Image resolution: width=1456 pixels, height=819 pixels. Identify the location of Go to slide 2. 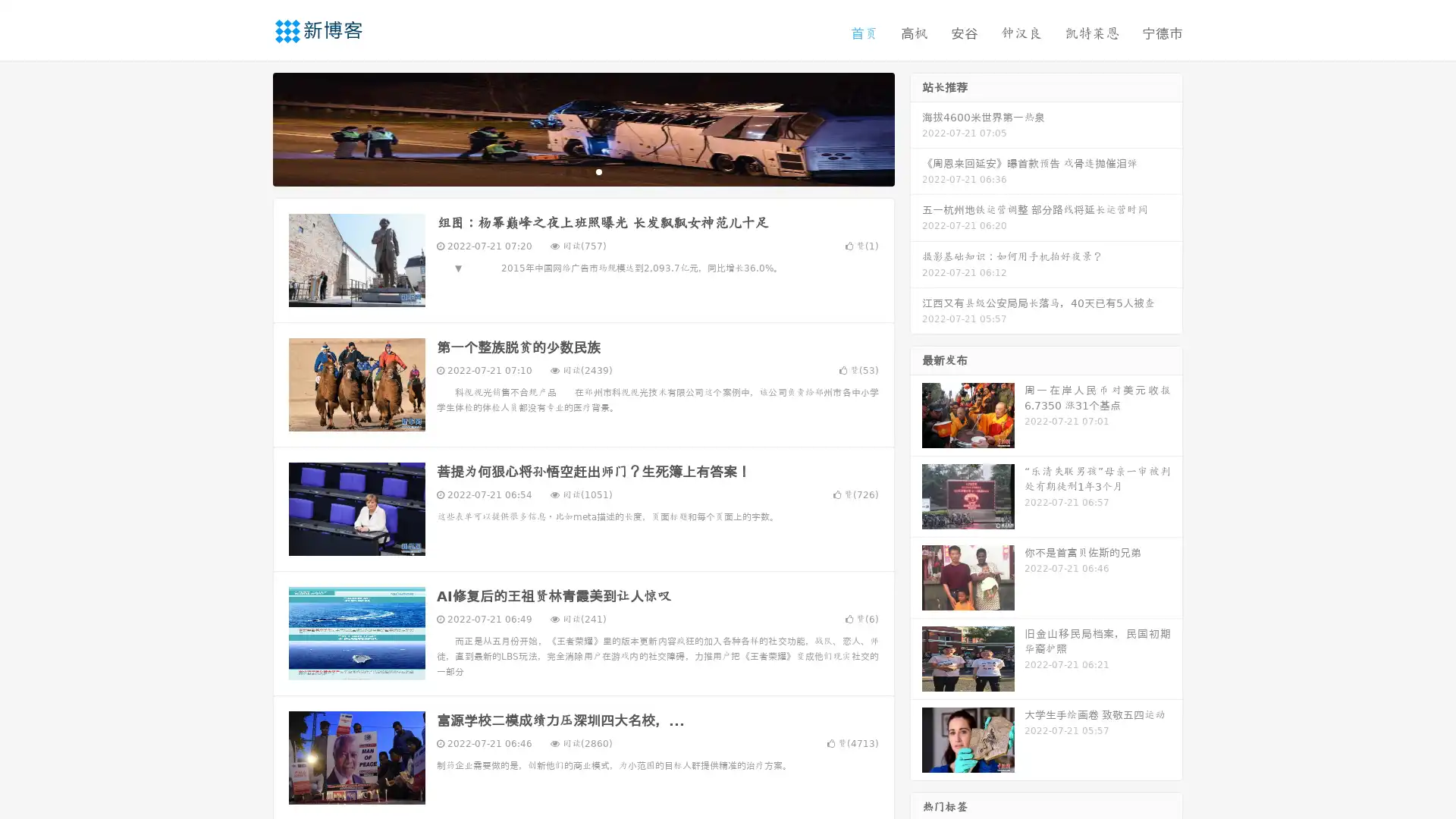
(582, 171).